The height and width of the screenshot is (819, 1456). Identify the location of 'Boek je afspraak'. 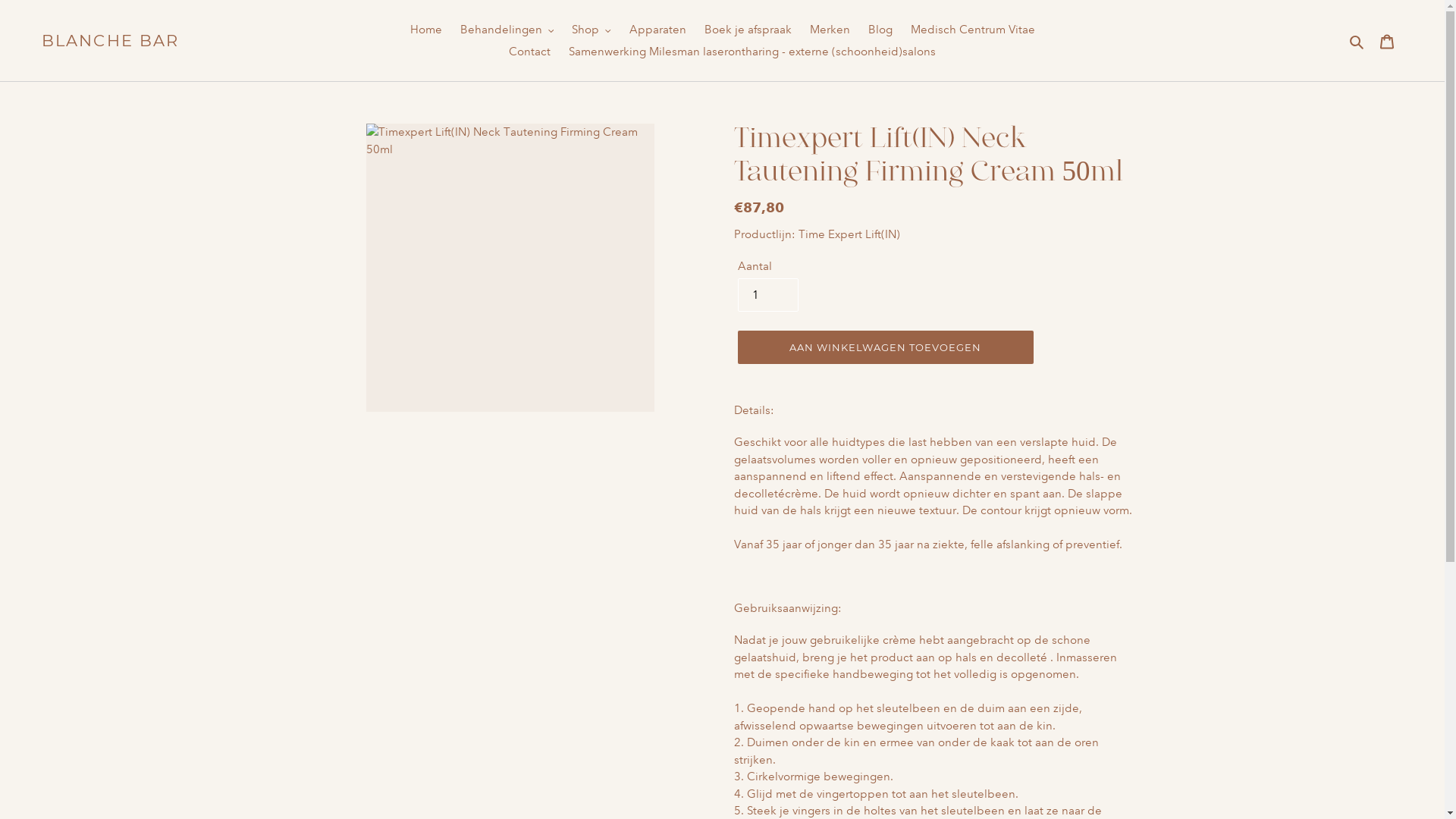
(695, 30).